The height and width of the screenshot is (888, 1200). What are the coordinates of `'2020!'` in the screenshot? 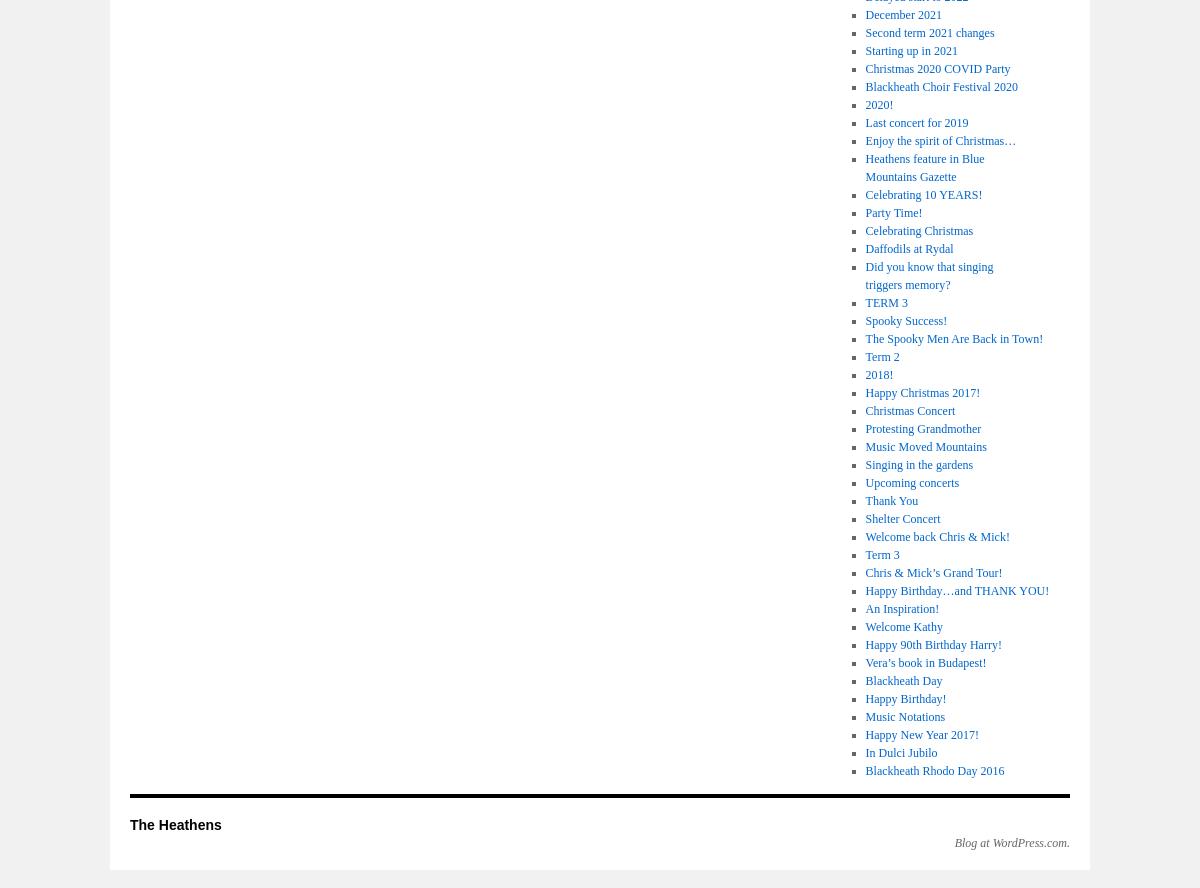 It's located at (878, 103).